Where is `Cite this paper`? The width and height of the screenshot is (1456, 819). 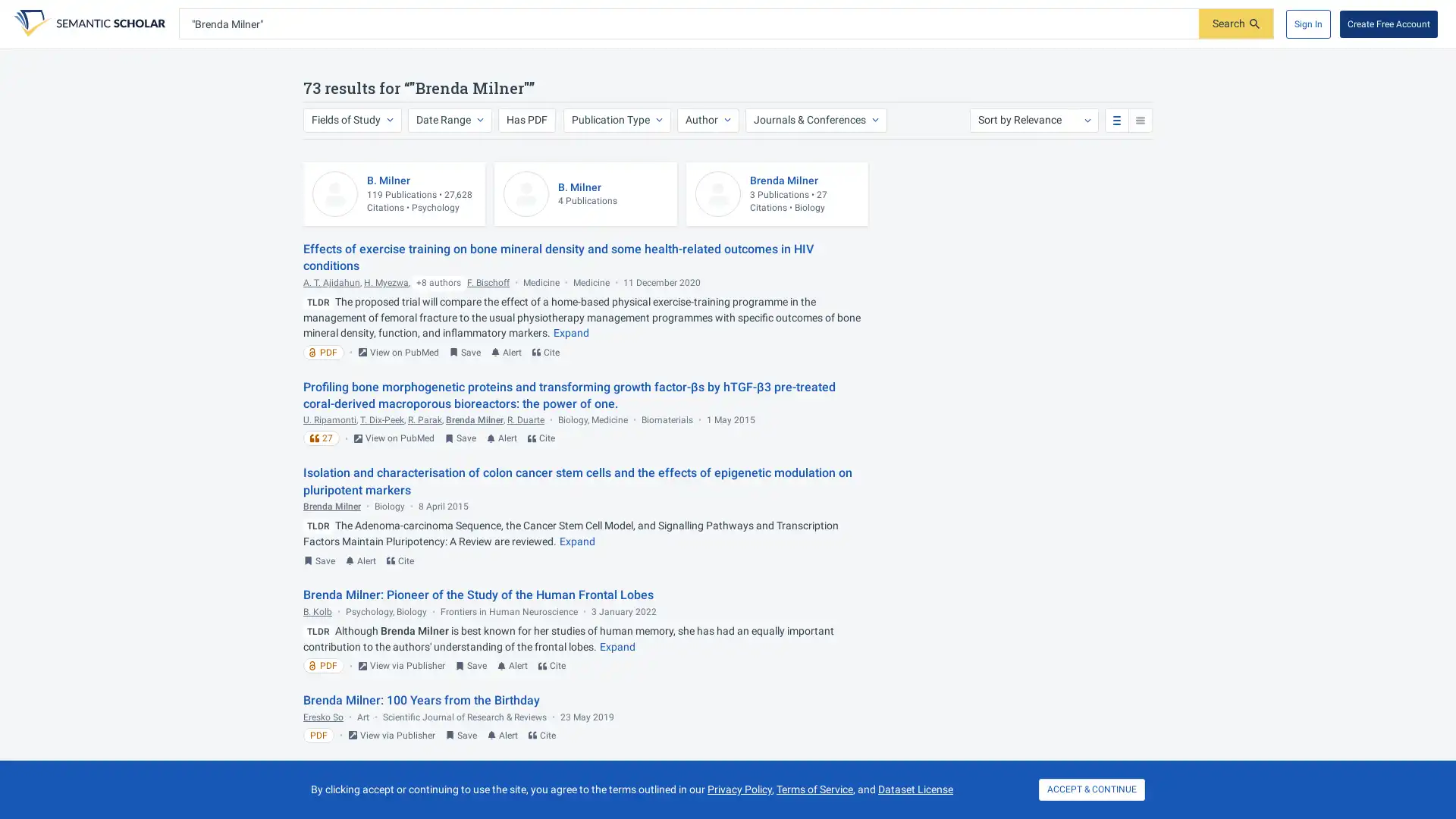 Cite this paper is located at coordinates (551, 665).